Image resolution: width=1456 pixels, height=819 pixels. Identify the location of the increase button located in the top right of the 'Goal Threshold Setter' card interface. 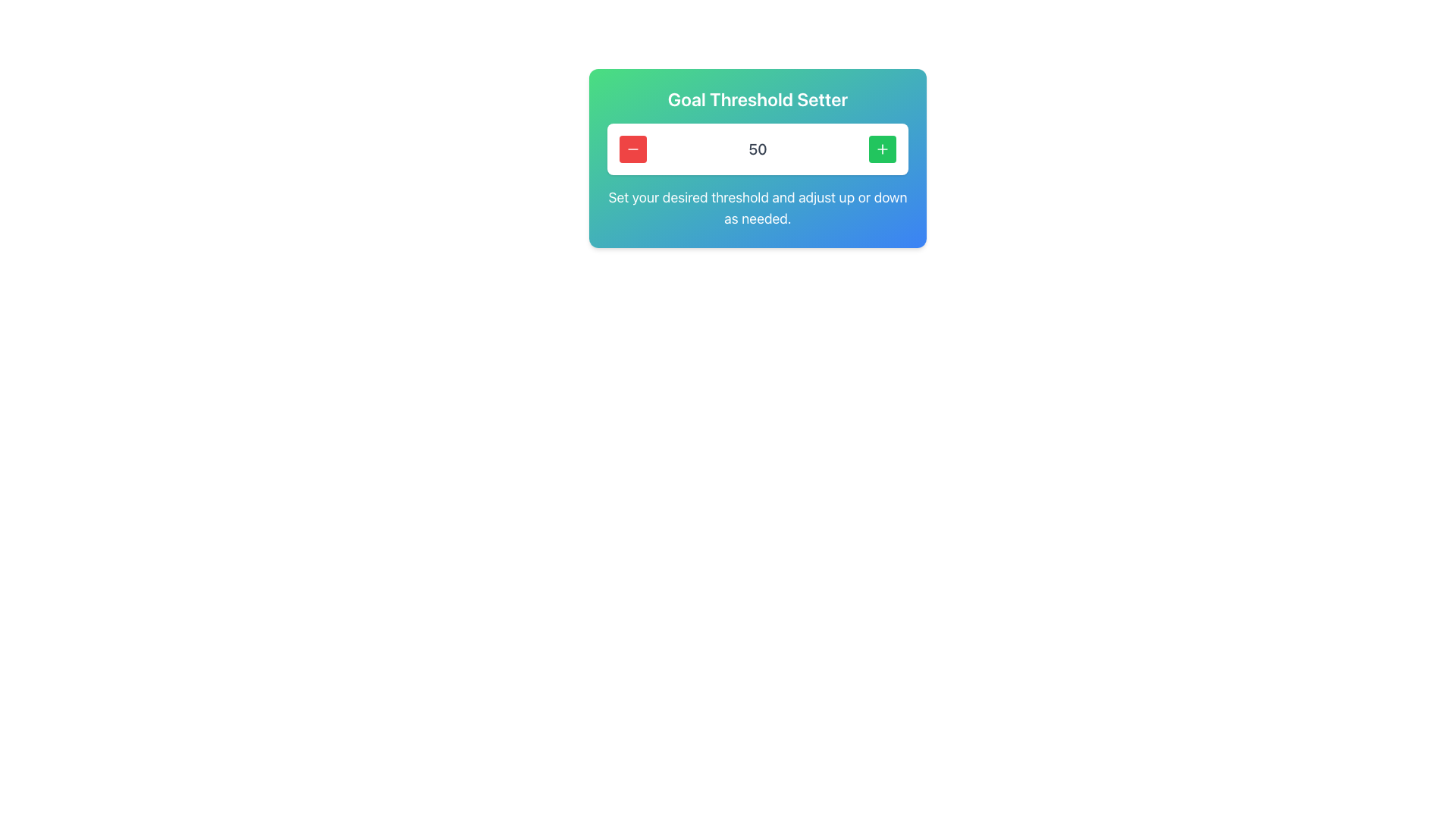
(882, 149).